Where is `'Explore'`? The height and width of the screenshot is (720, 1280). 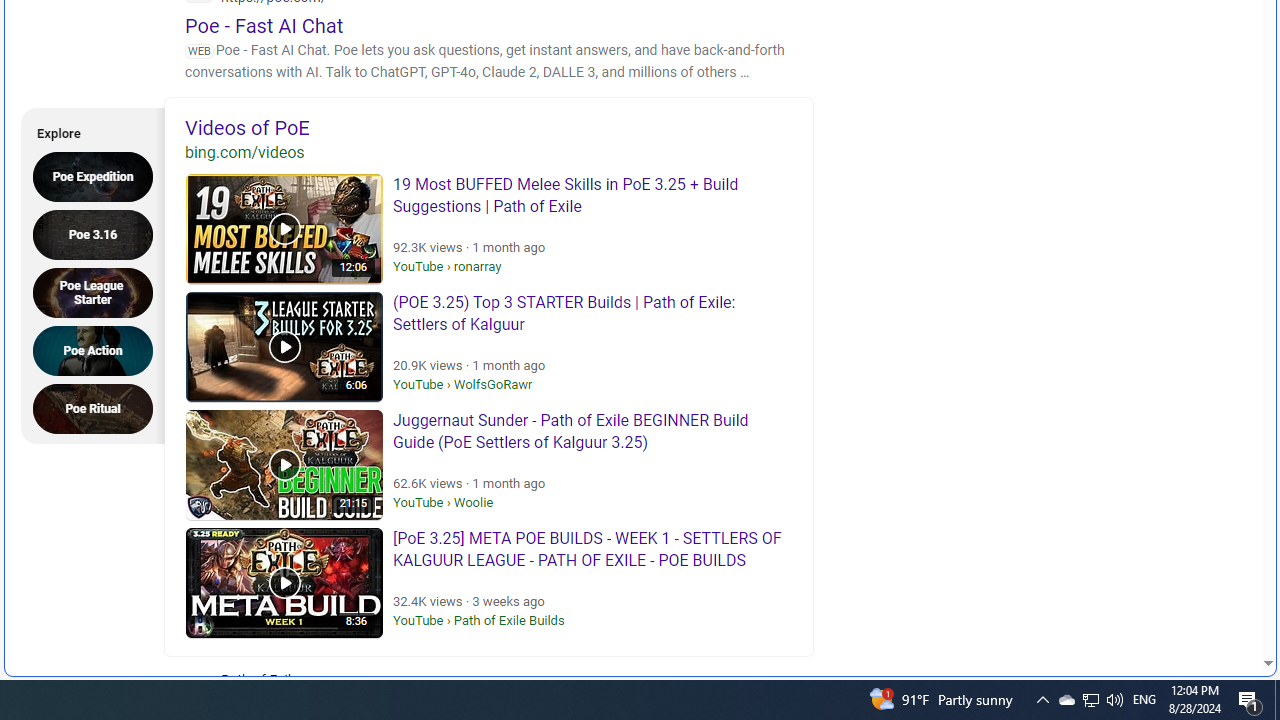 'Explore' is located at coordinates (86, 130).